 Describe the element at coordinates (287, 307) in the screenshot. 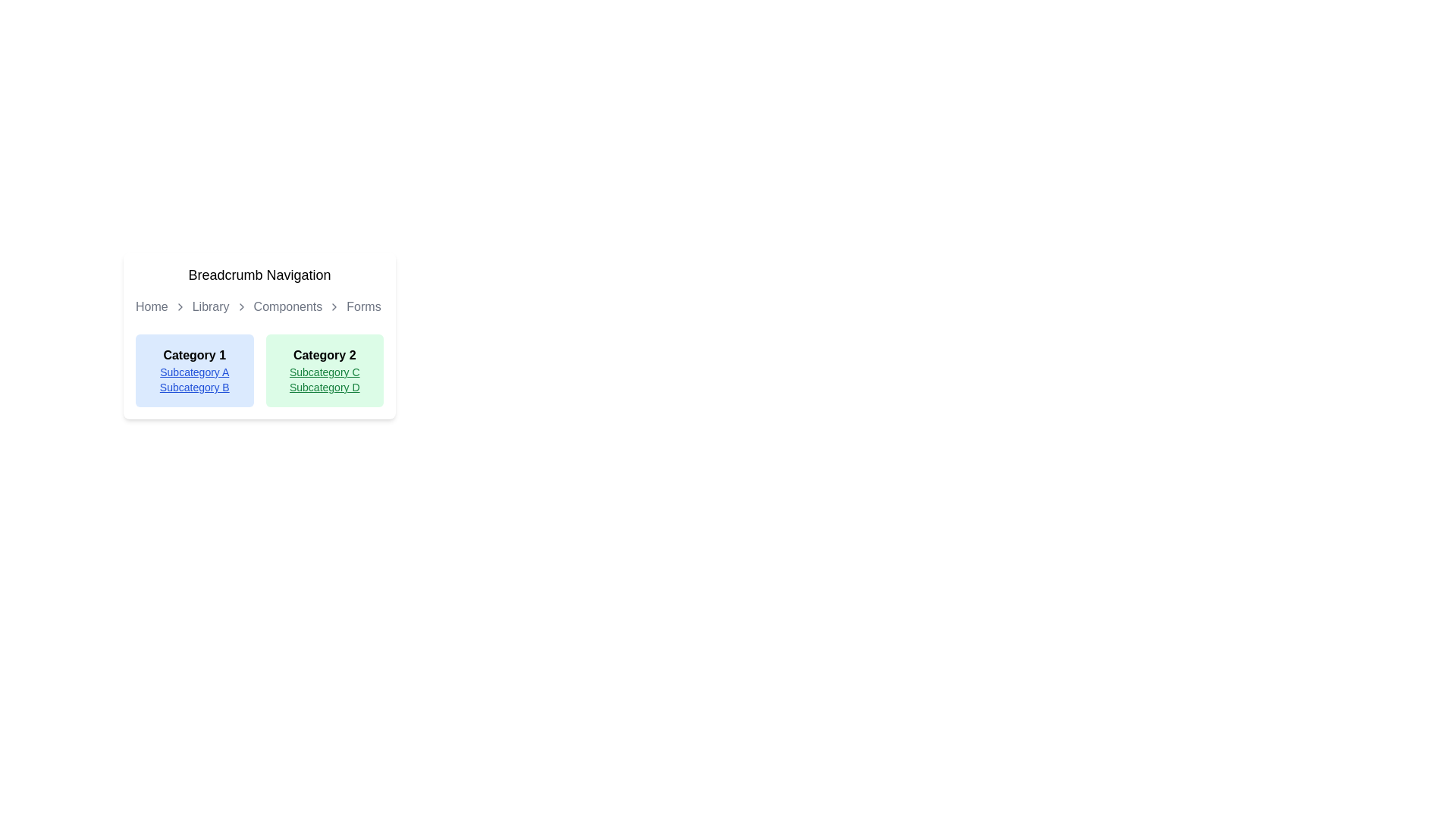

I see `the interactive link in the breadcrumb navigation system` at that location.